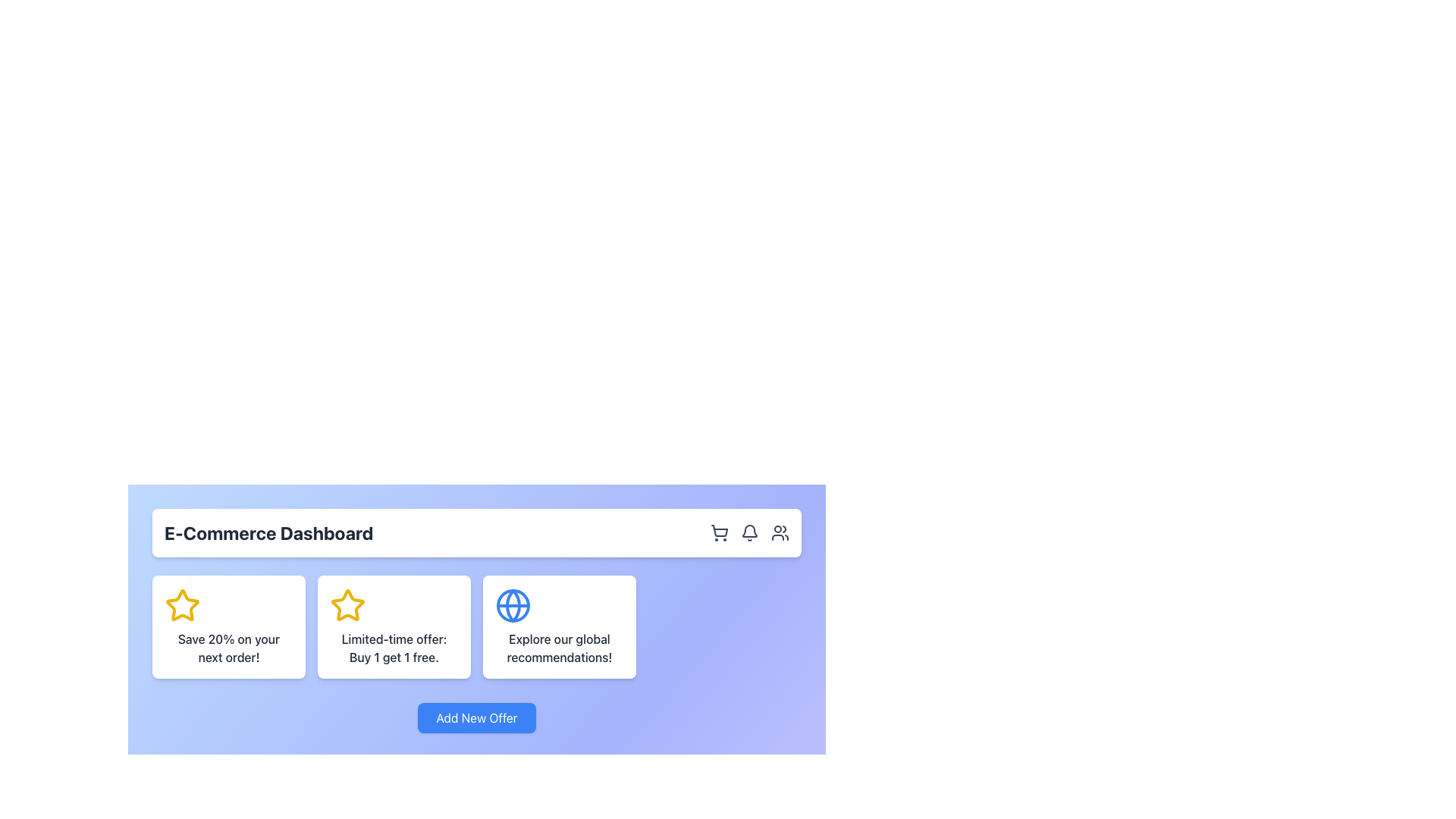  I want to click on the shopping cart icon located in the header area, which is the first icon in the horizontal row of navigation icons, so click(719, 532).